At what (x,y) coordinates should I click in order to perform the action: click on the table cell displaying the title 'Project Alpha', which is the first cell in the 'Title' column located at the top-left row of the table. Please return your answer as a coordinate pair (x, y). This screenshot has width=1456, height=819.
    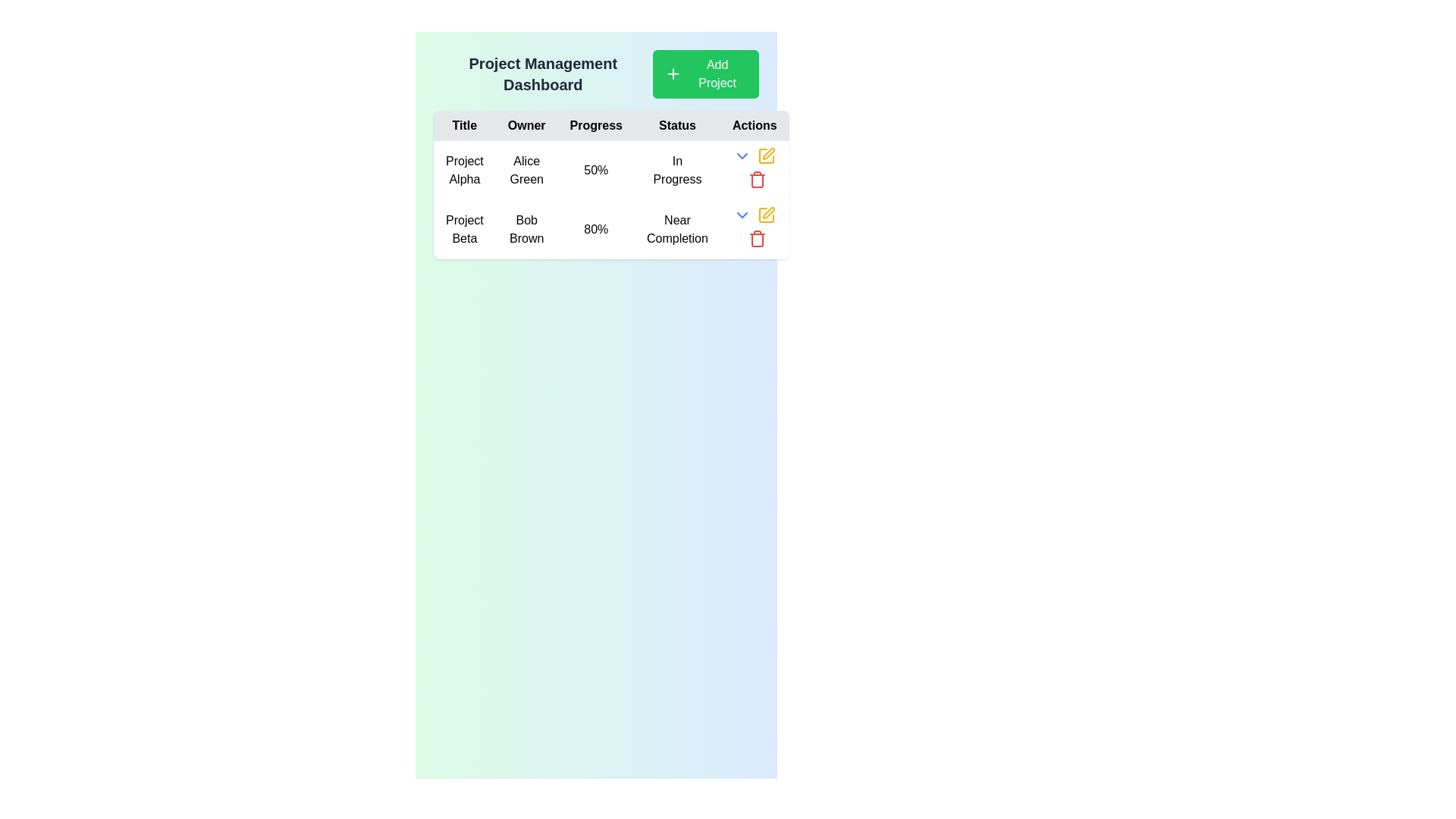
    Looking at the image, I should click on (463, 170).